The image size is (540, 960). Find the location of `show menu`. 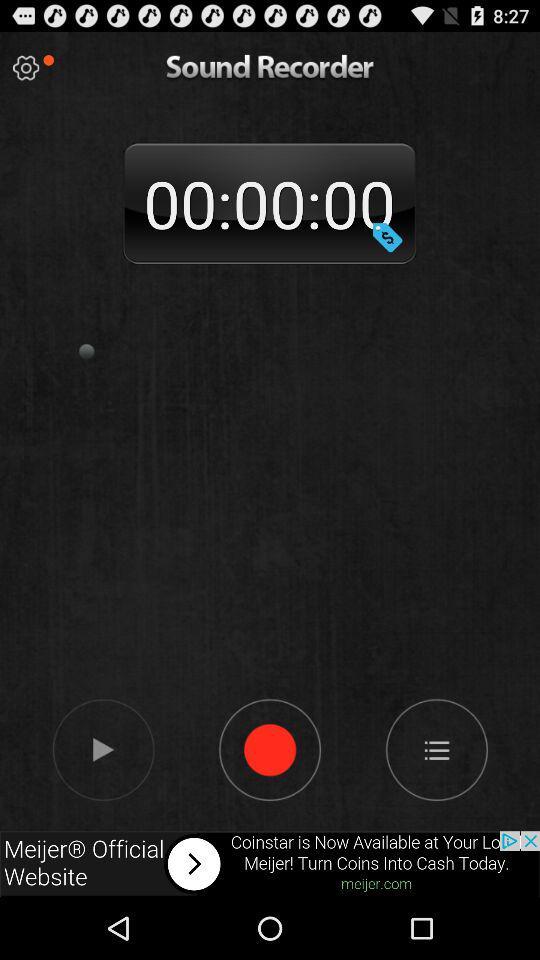

show menu is located at coordinates (435, 748).